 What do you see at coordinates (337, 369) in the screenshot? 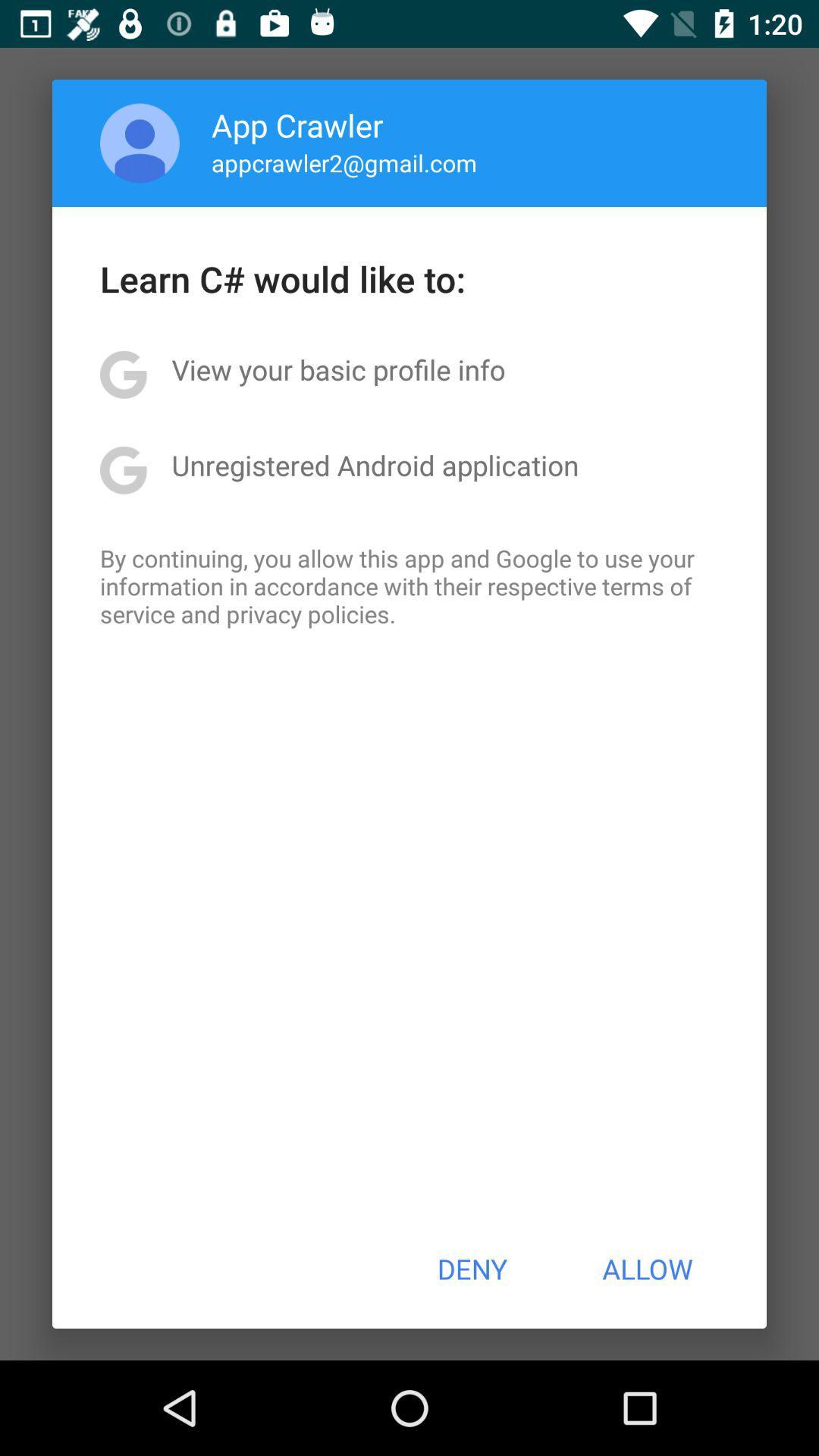
I see `view your basic icon` at bounding box center [337, 369].